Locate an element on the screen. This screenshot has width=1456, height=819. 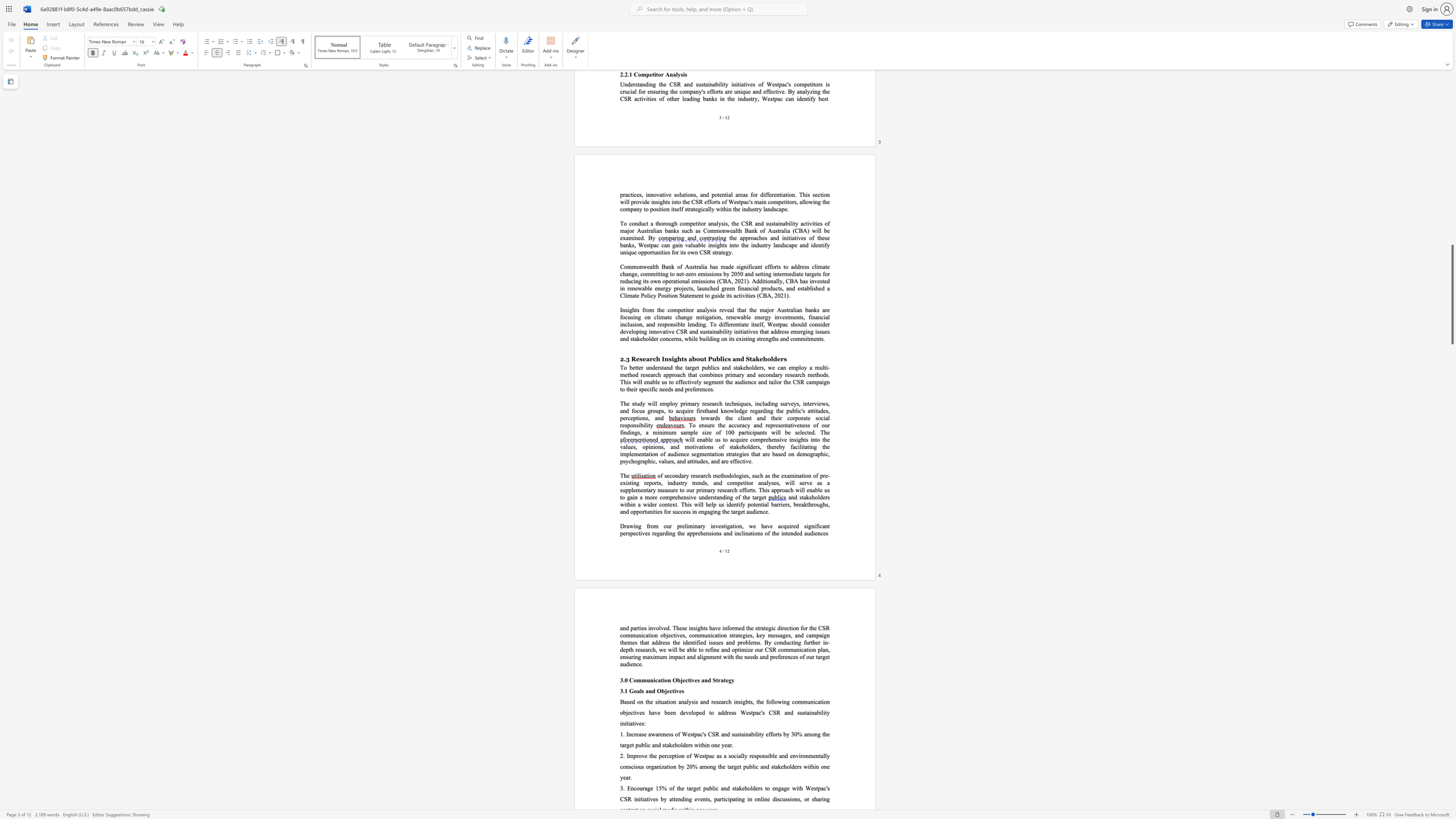
the subset text "ary research efforts. This approach wi" within the text "of secondary research methodologies, such as the examination of pre-existing reports, industry trends, and competitor analyses, will serve as a supplementary measure to our primary research efforts. This approach will enable us to gain a more comprehensive understanding of the target" is located at coordinates (707, 489).